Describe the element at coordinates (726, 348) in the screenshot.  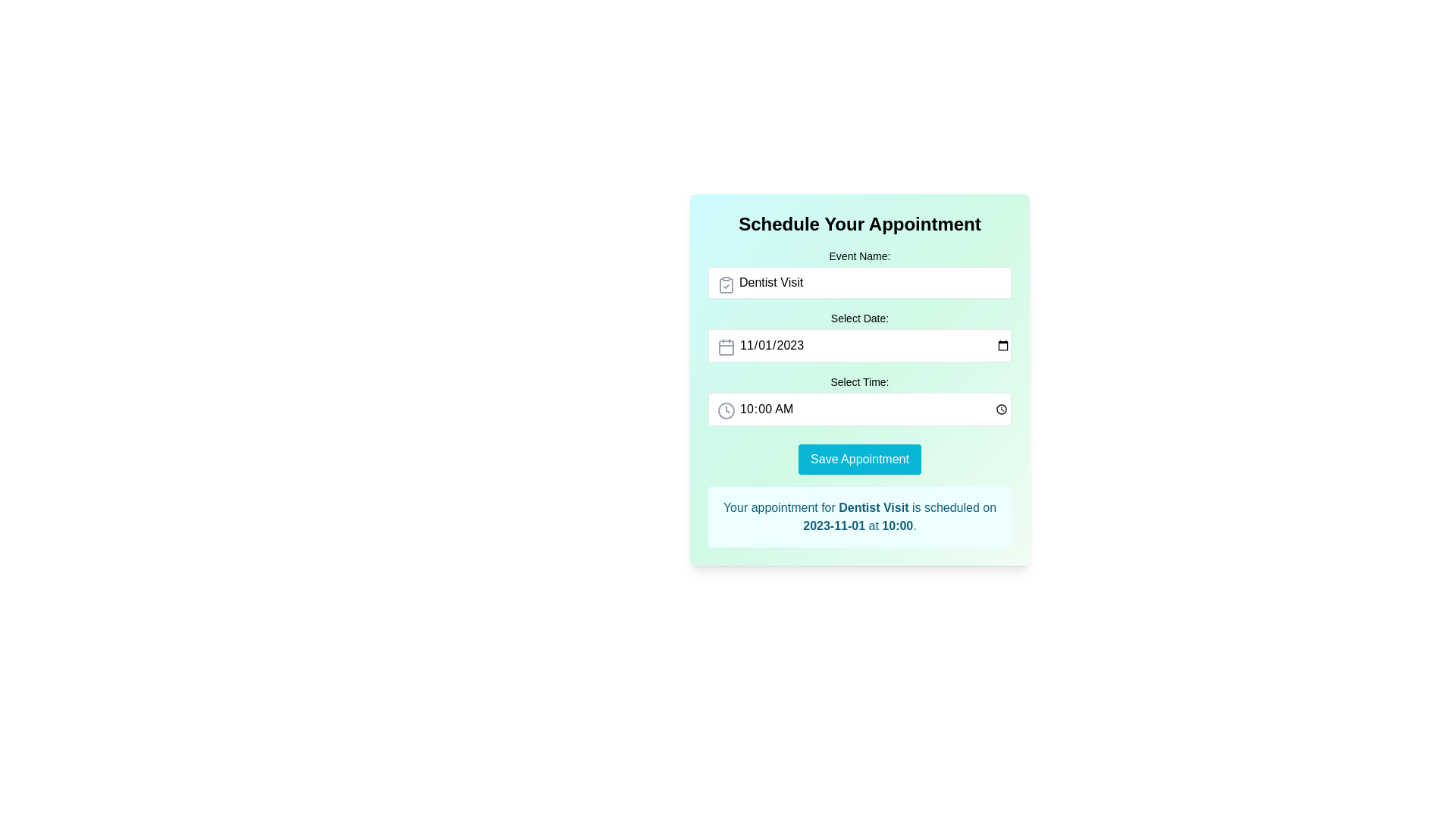
I see `the filled SVG rectangle with rounded corners that serves as a background within the calendar icon located to the left of the 'Select Date:' input field` at that location.